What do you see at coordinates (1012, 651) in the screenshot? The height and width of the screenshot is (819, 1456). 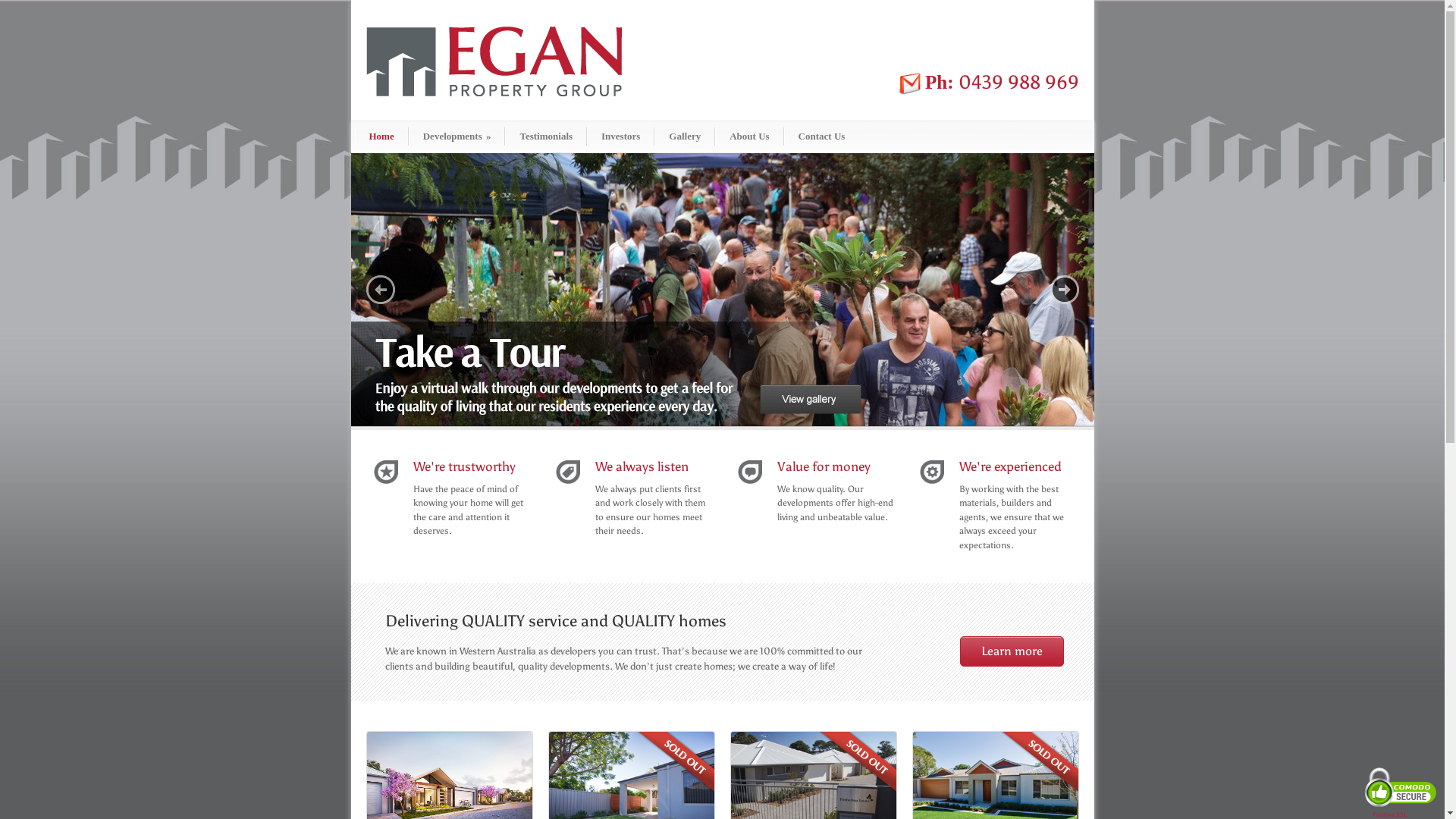 I see `'Learn more'` at bounding box center [1012, 651].